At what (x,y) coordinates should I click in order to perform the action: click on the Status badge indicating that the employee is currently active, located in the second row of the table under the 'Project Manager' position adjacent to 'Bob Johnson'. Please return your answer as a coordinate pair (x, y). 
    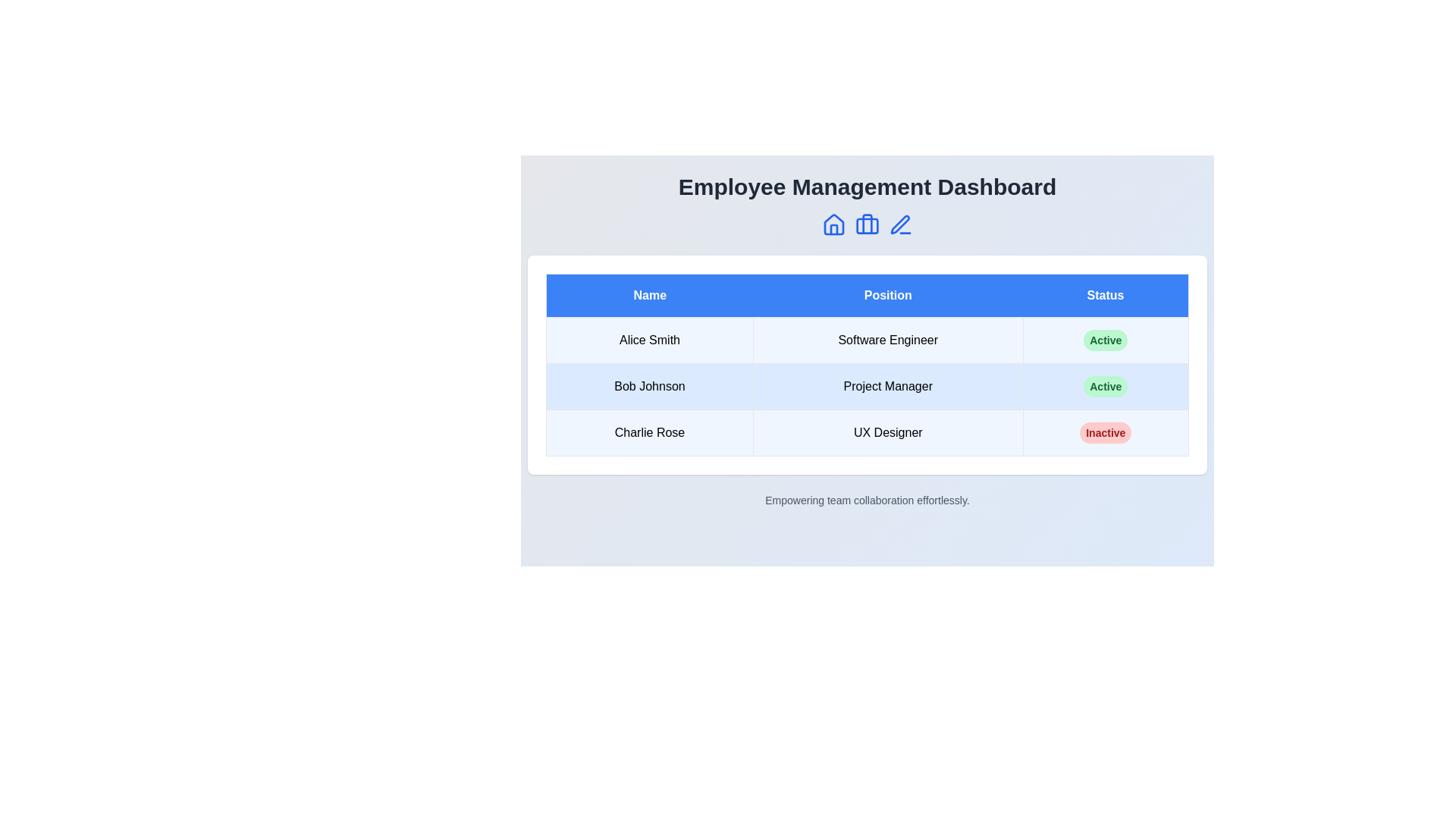
    Looking at the image, I should click on (1106, 385).